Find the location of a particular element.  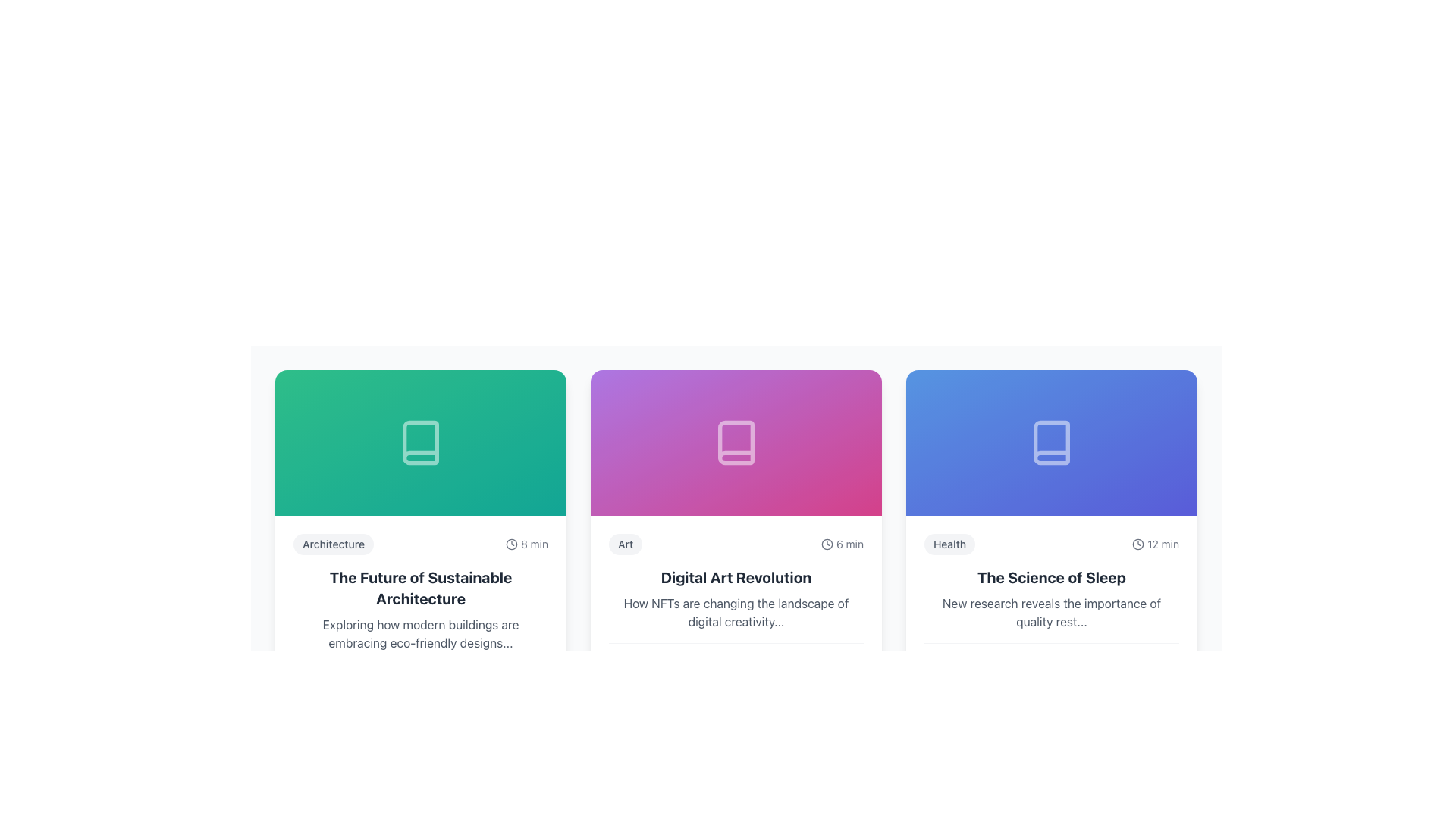

the visual design of the book icon, which features a rounded rectangle shape with a white outline and a green gradient background, located in the leftmost card of three horizontally aligned cards is located at coordinates (421, 442).